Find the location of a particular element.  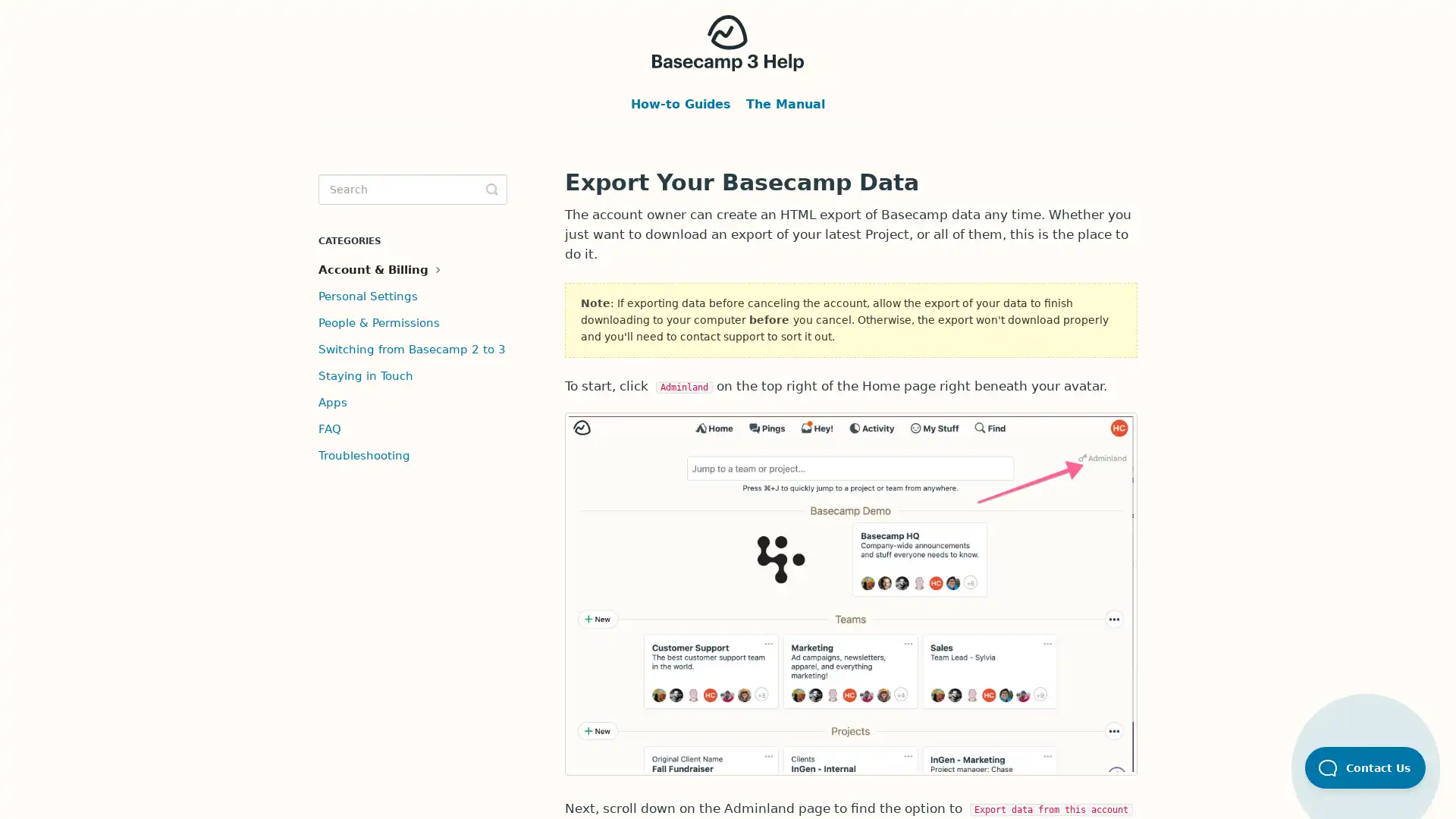

Toggle Search is located at coordinates (491, 189).